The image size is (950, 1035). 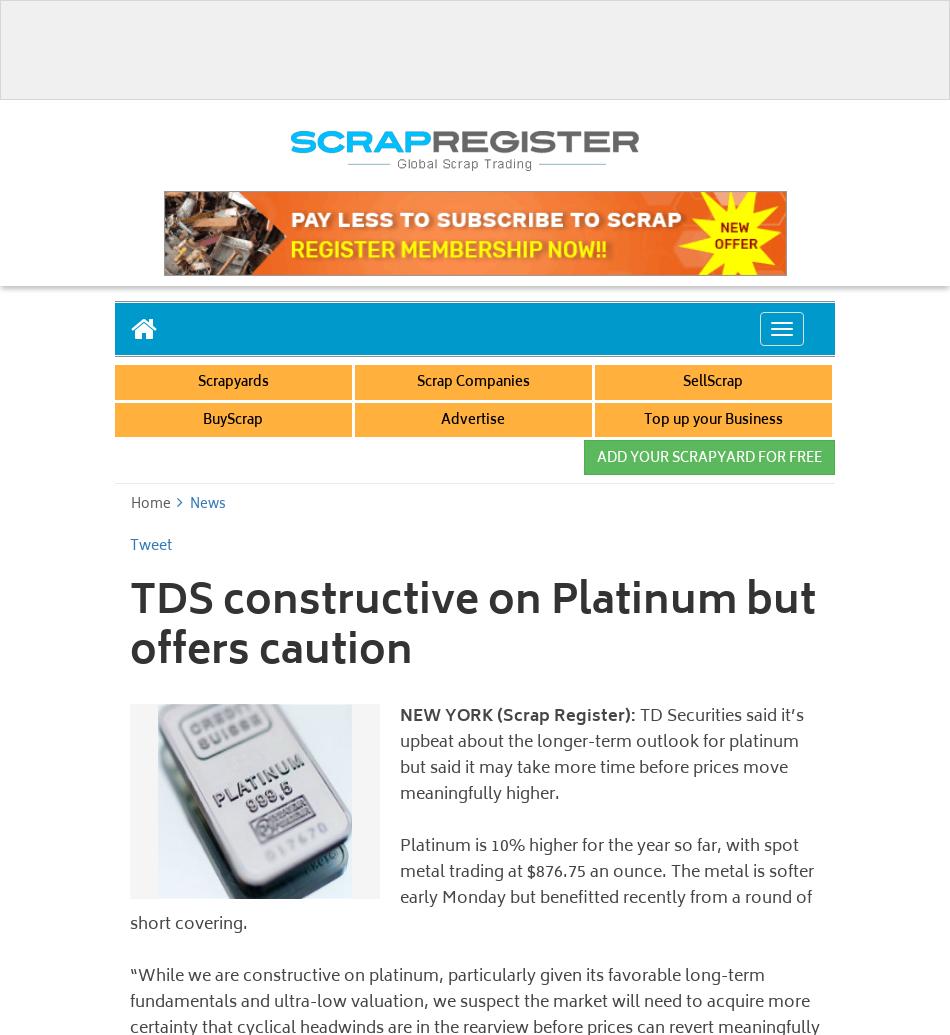 I want to click on 'Tweet', so click(x=150, y=544).